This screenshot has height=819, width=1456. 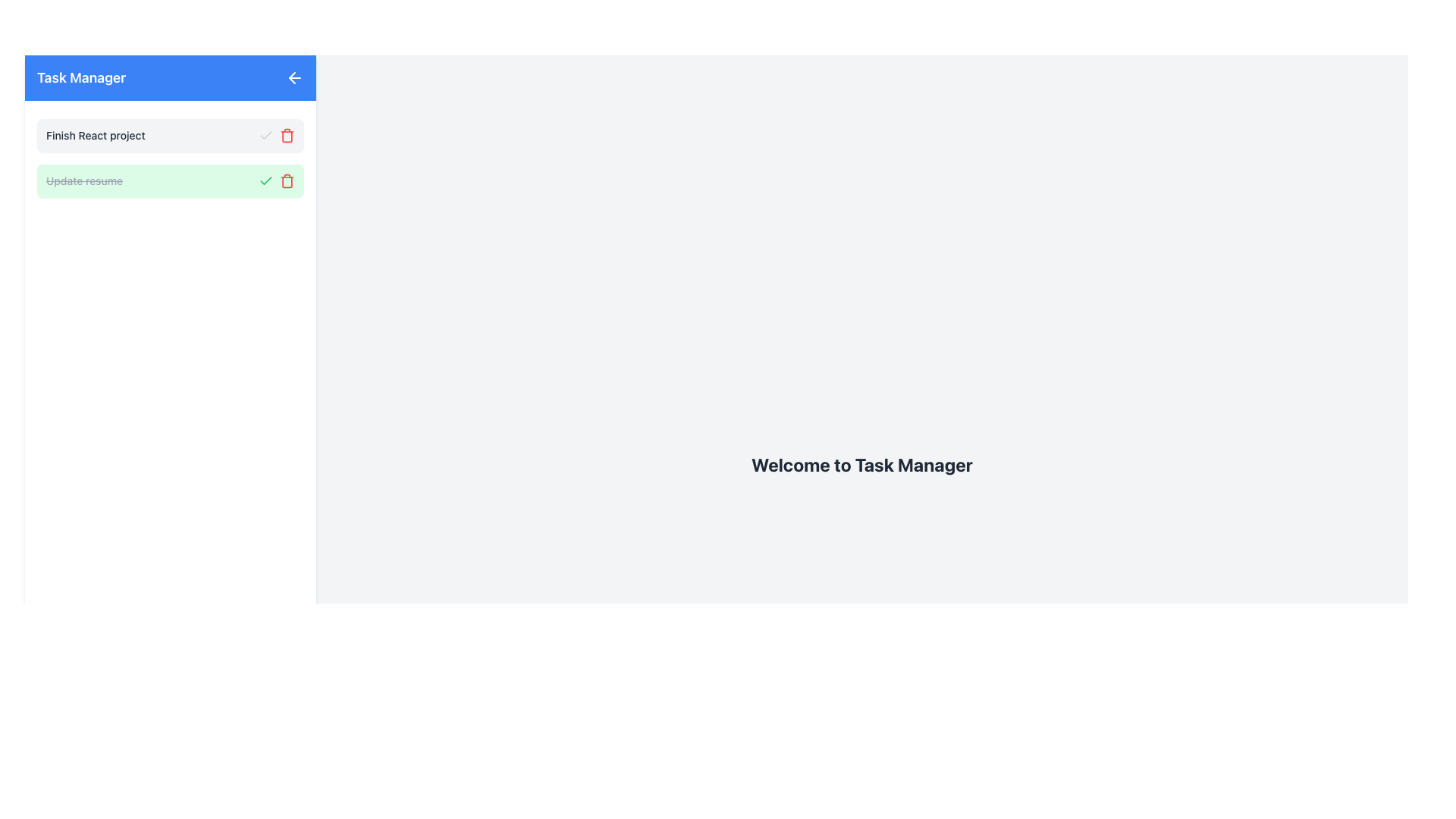 What do you see at coordinates (287, 180) in the screenshot?
I see `the delete button located on the right side of the task 'Update resume'` at bounding box center [287, 180].